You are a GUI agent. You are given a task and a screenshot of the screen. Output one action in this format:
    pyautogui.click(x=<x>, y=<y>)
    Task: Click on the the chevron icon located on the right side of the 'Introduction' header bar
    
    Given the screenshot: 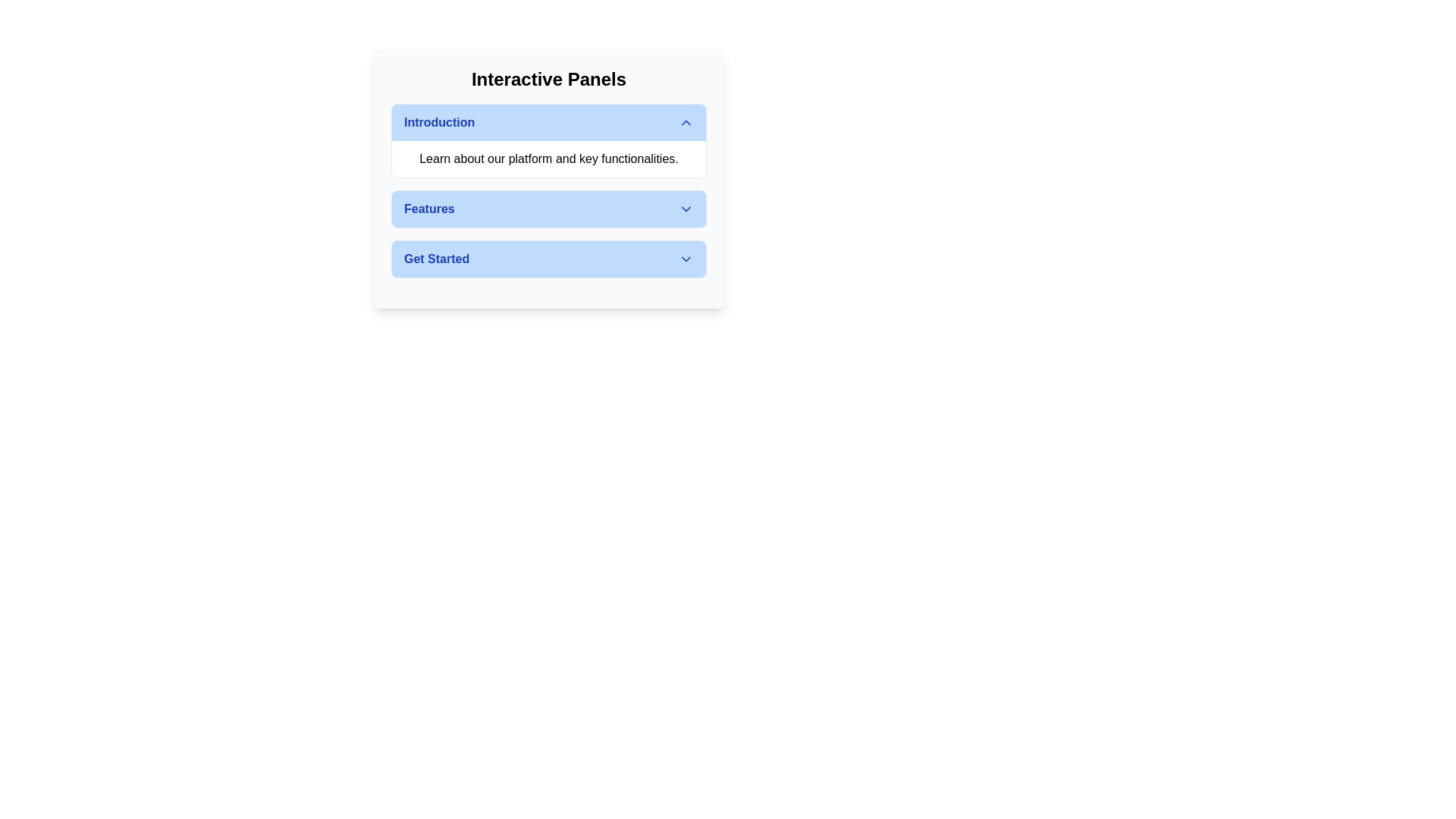 What is the action you would take?
    pyautogui.click(x=686, y=122)
    